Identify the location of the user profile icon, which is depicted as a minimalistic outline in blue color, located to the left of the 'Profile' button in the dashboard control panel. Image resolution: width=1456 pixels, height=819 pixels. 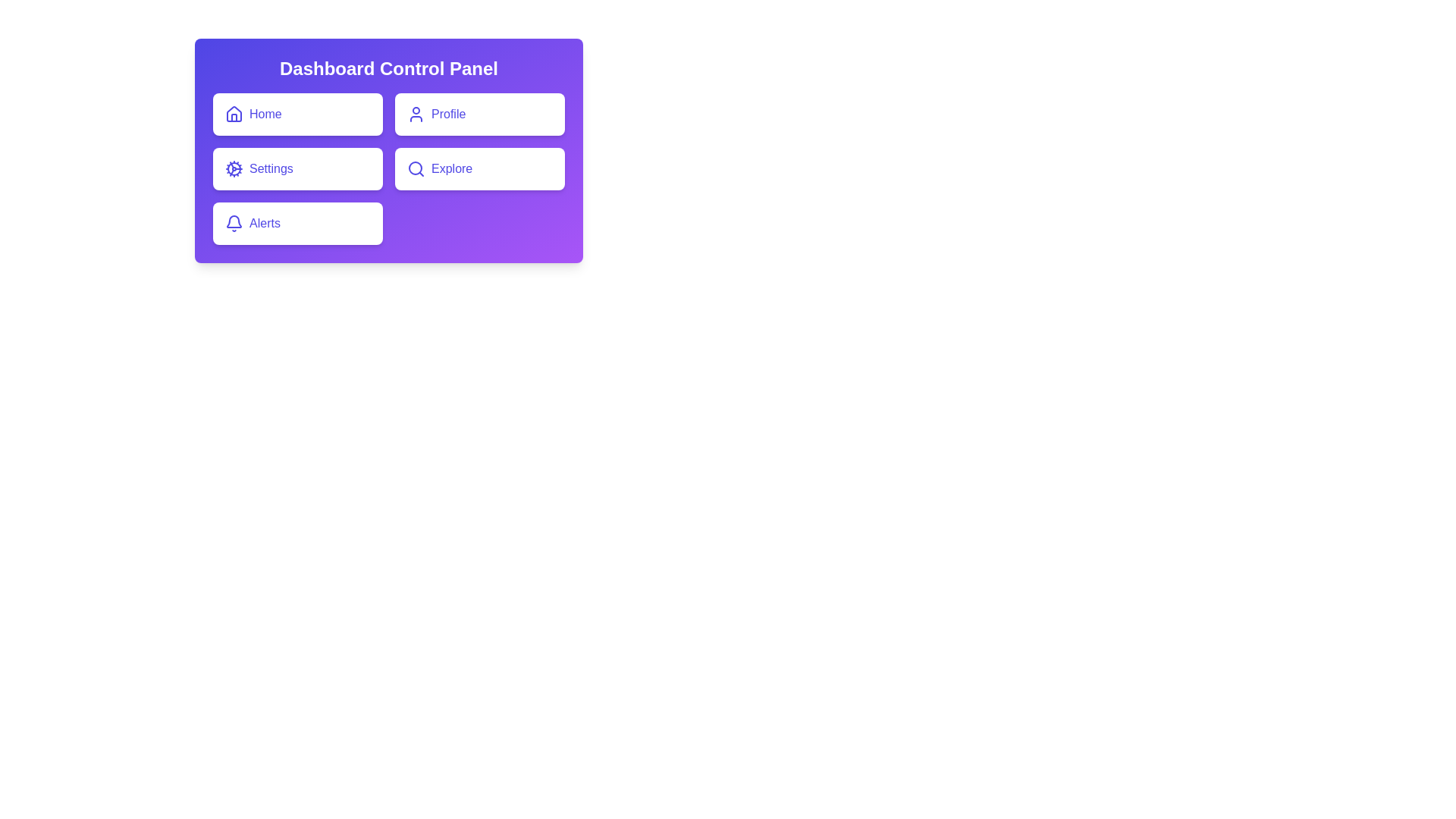
(416, 113).